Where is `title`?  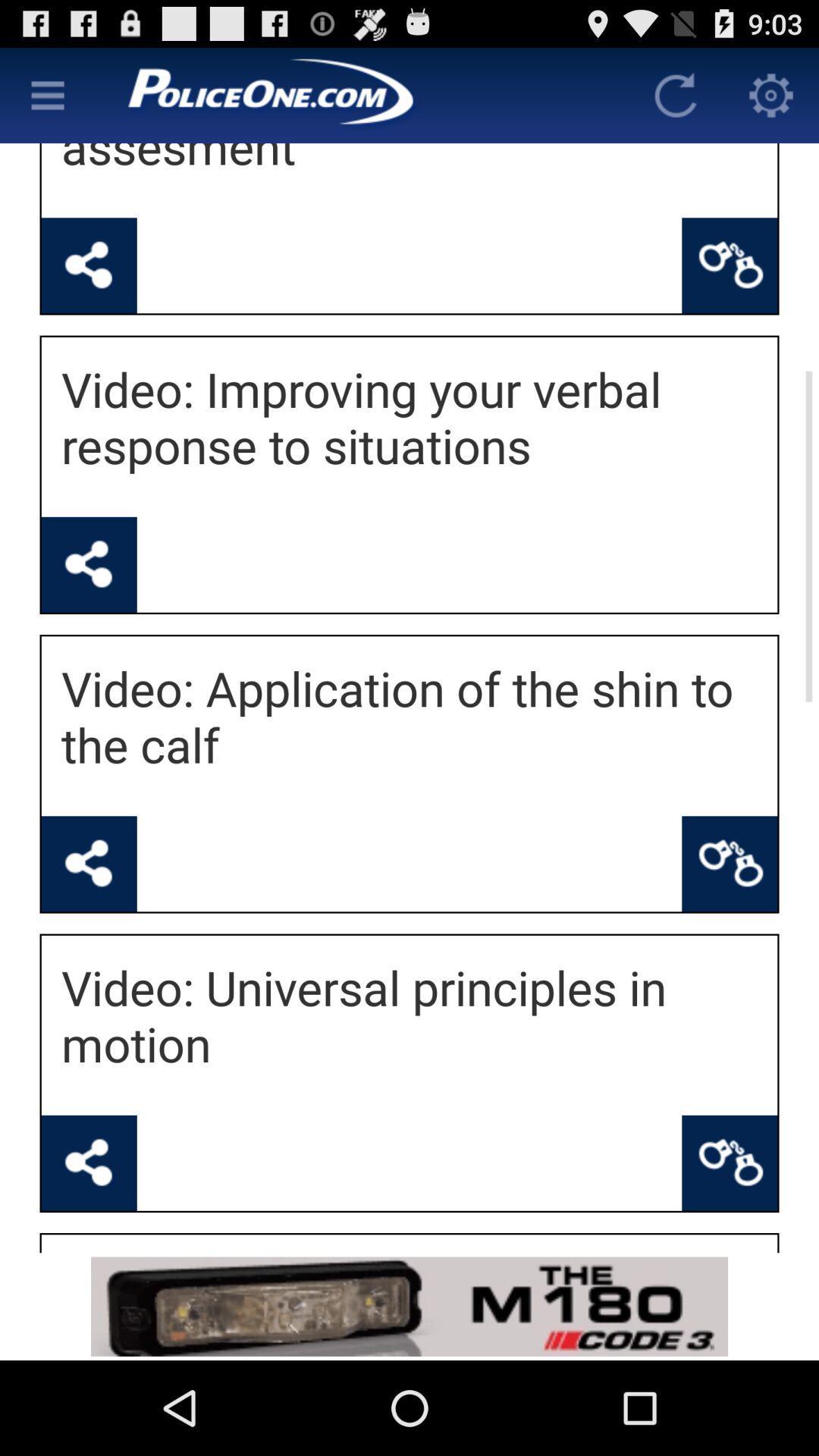
title is located at coordinates (362, 94).